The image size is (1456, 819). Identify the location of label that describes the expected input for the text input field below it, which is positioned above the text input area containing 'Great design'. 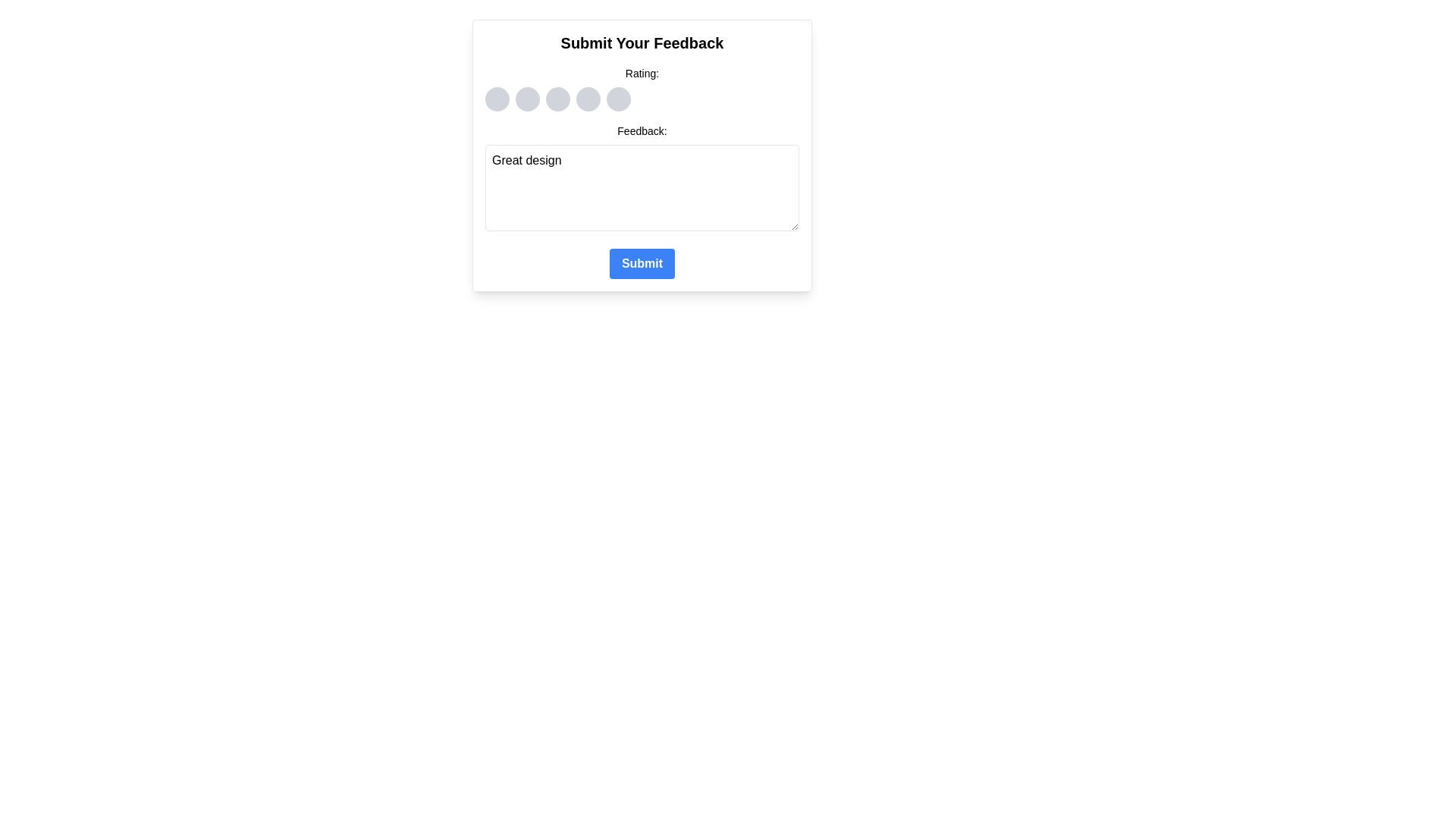
(642, 130).